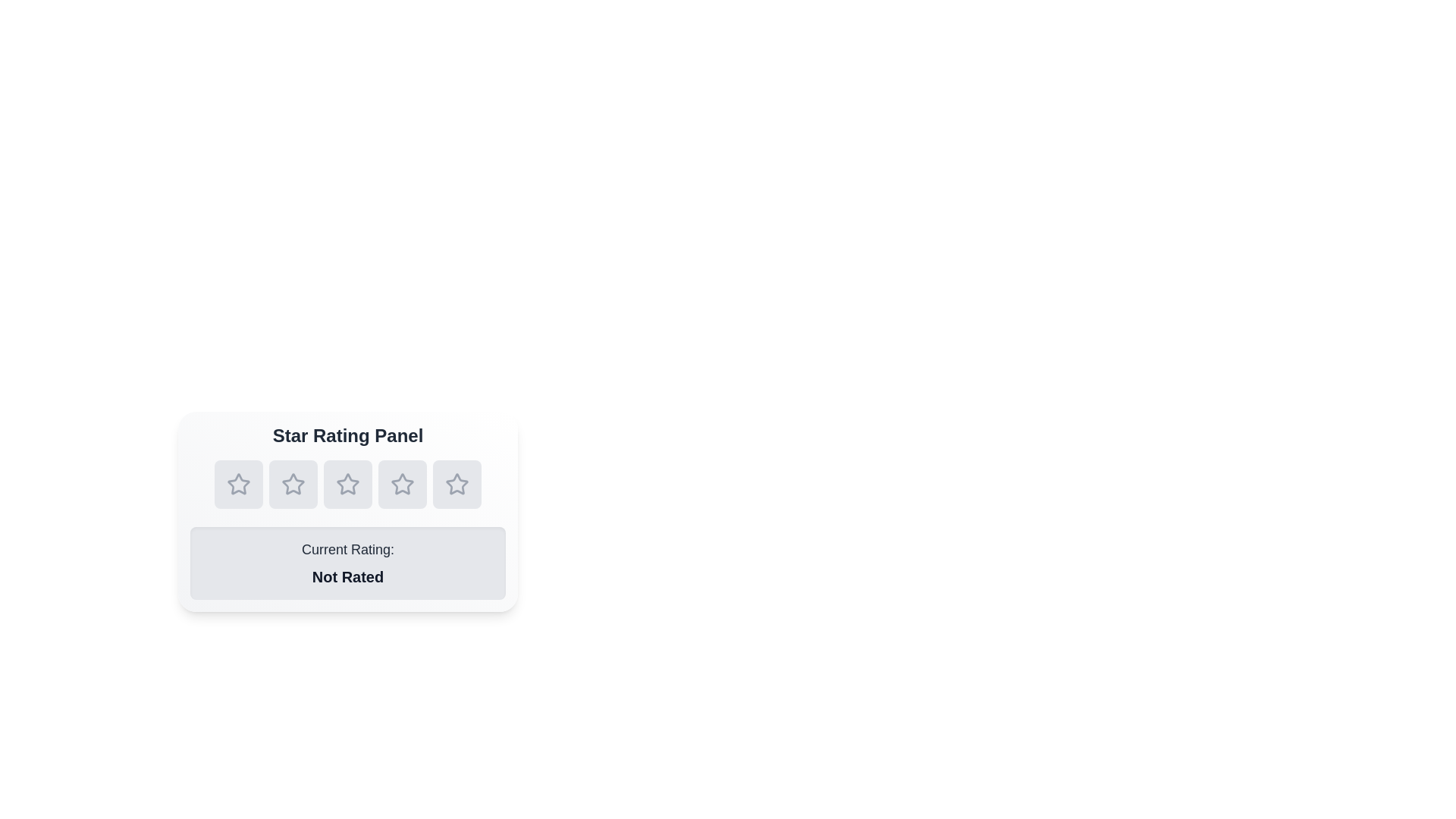 The image size is (1456, 819). I want to click on the star rating icons in the Interactive rating panel component, so click(347, 512).